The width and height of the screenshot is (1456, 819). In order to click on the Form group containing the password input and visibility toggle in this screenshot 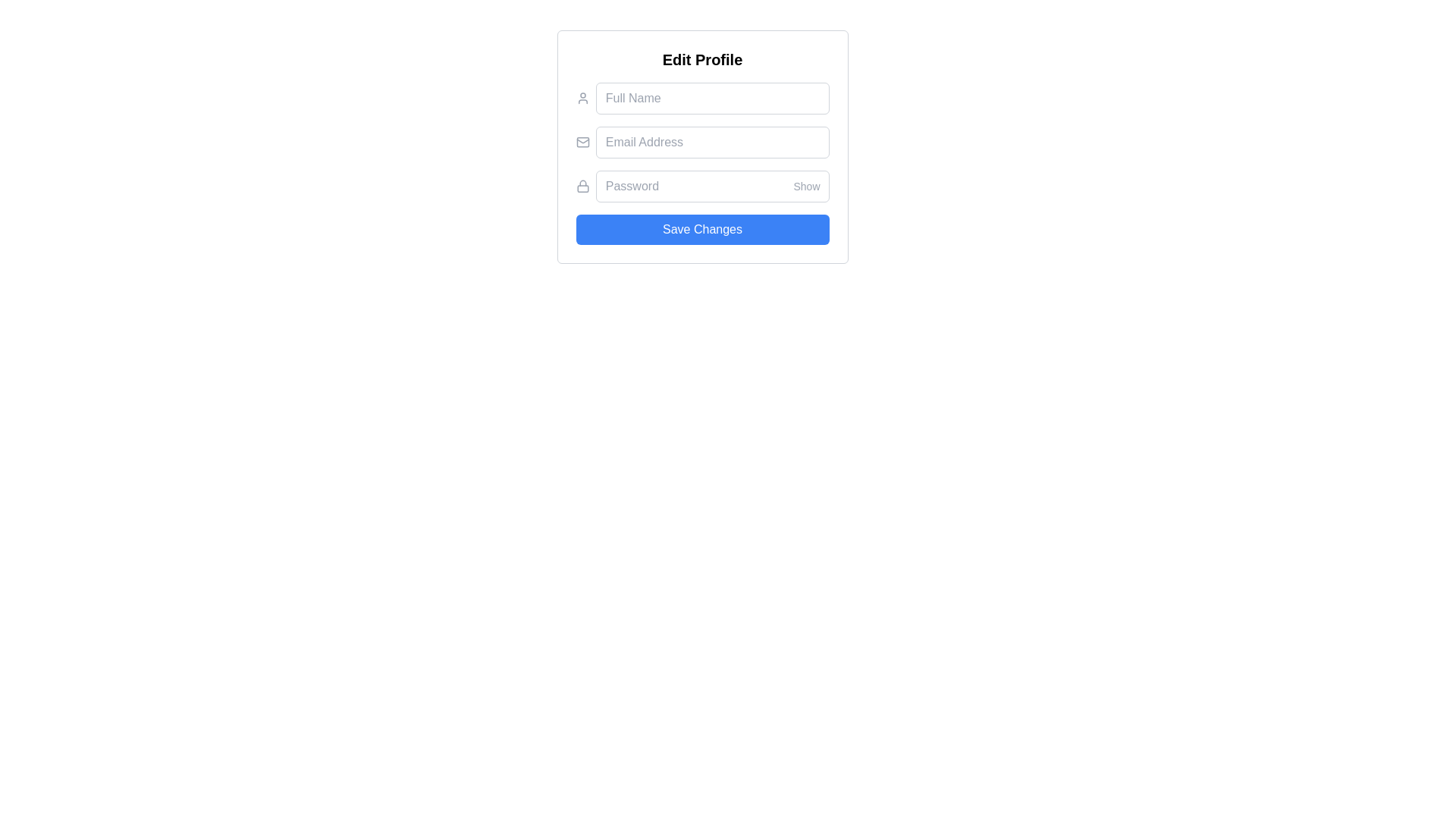, I will do `click(701, 186)`.